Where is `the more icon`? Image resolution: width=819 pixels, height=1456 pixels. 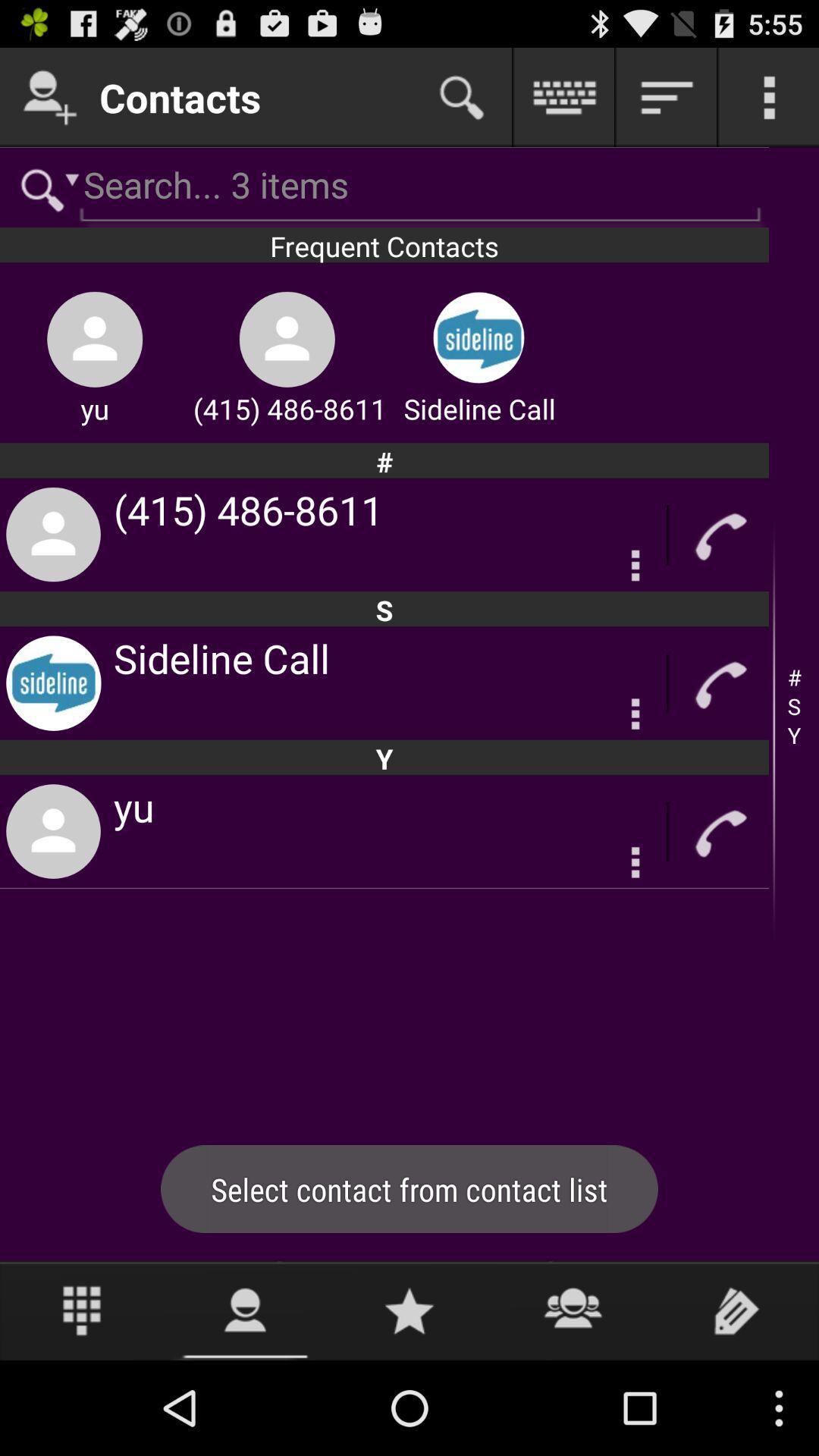
the more icon is located at coordinates (769, 103).